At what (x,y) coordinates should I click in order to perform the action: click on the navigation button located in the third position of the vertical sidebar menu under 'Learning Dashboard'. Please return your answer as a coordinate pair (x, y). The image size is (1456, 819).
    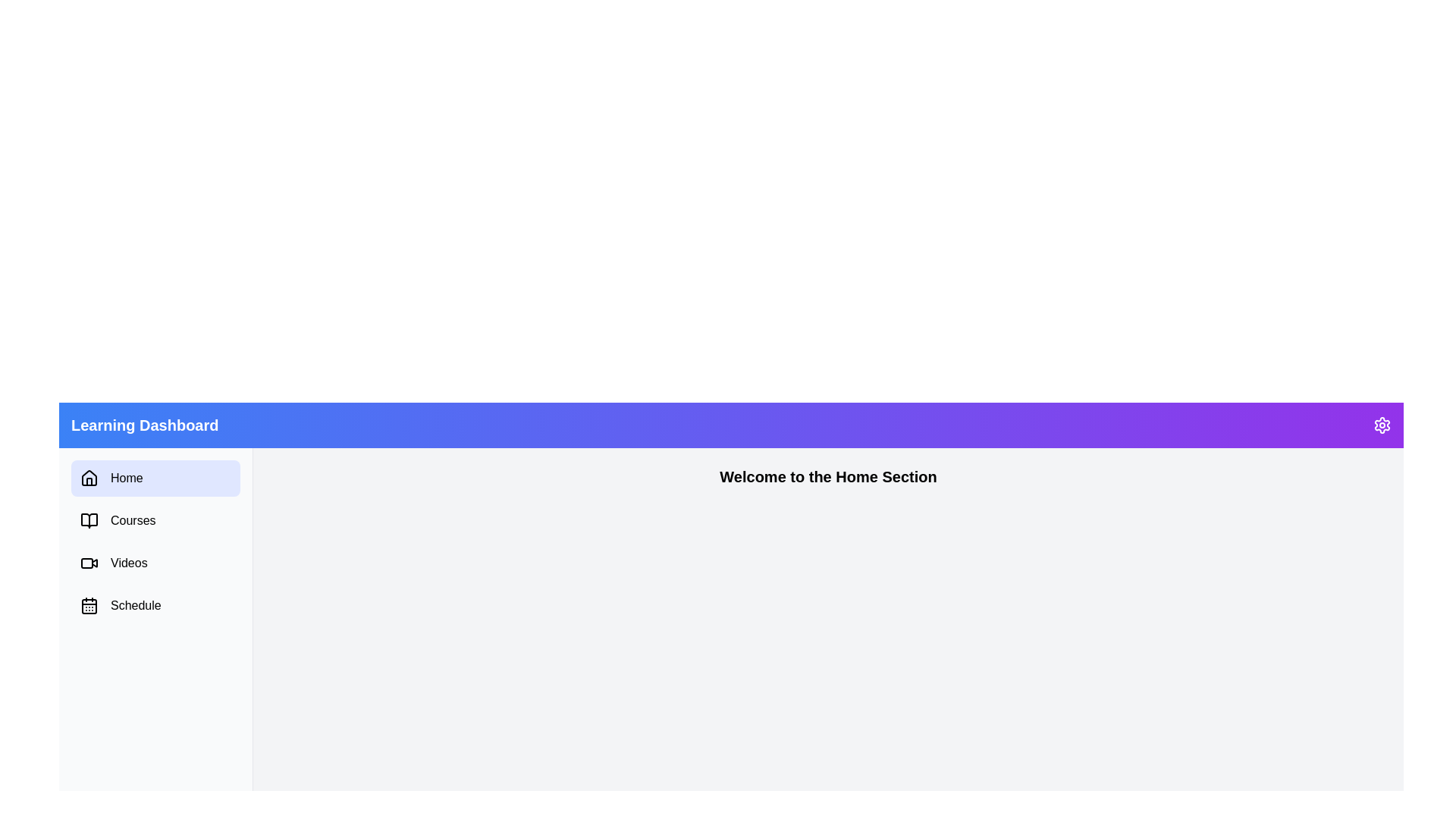
    Looking at the image, I should click on (155, 563).